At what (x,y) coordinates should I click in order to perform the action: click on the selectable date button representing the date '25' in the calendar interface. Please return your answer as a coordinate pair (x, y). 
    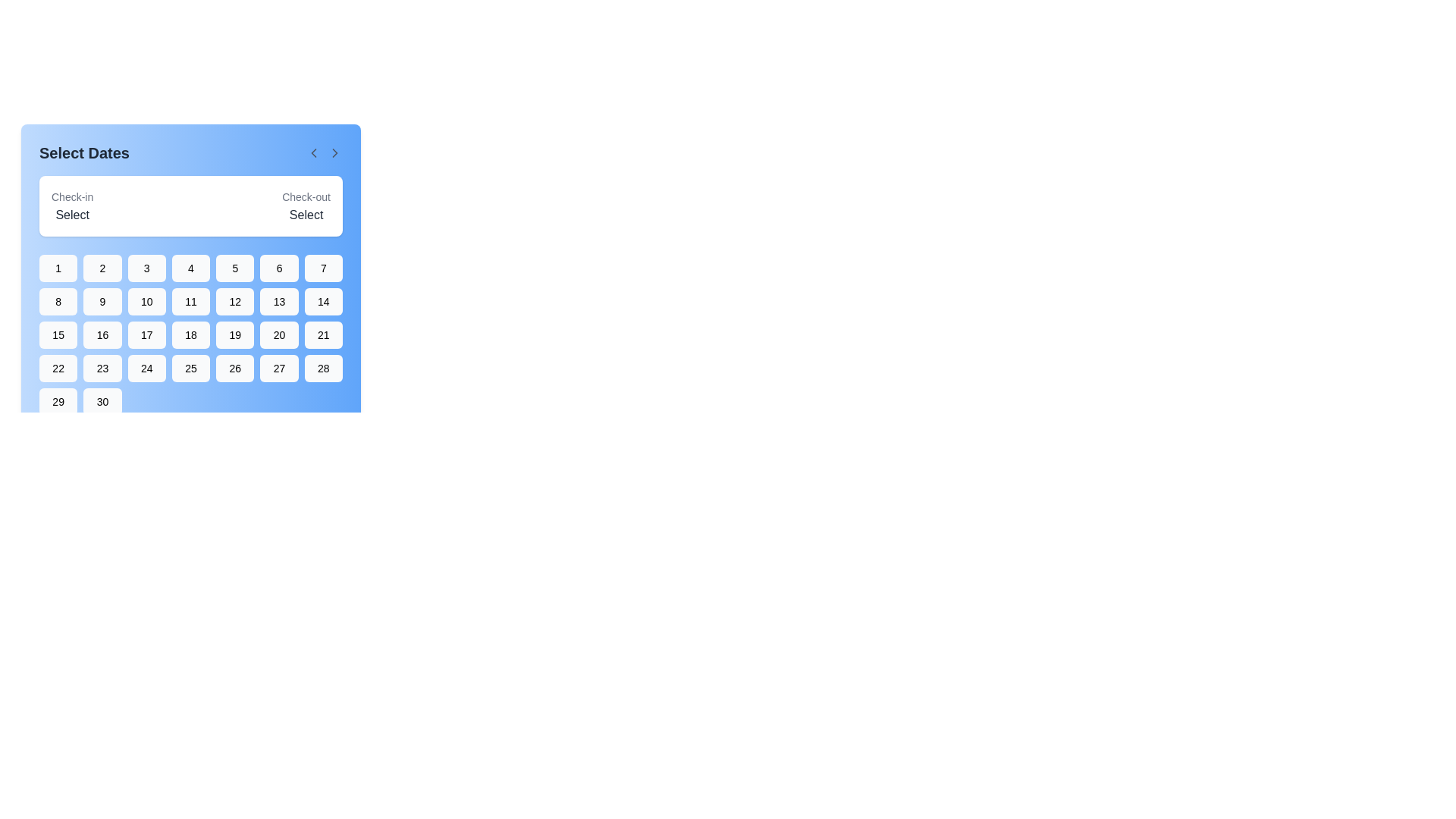
    Looking at the image, I should click on (190, 369).